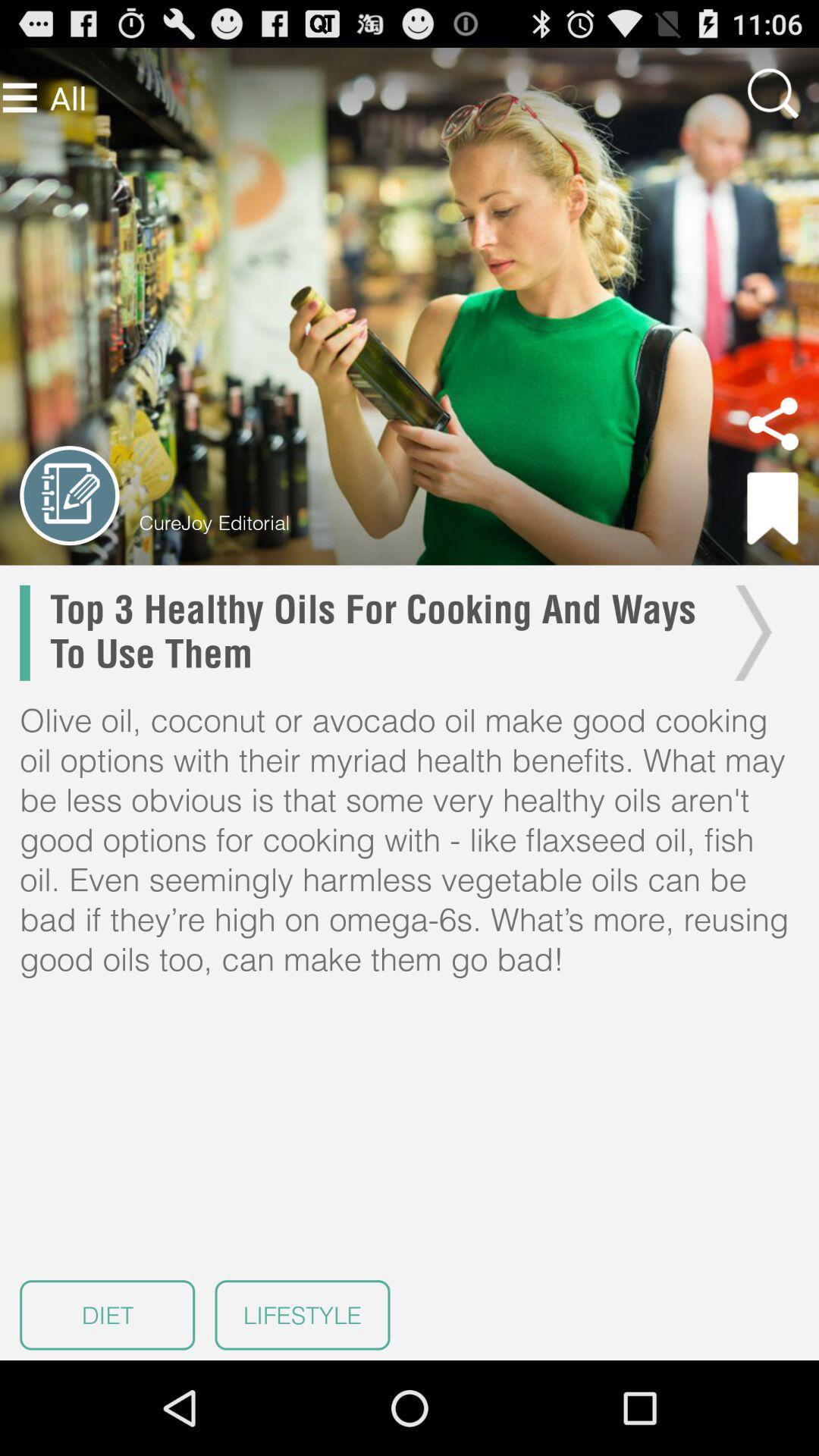  I want to click on click zoom option, so click(773, 93).